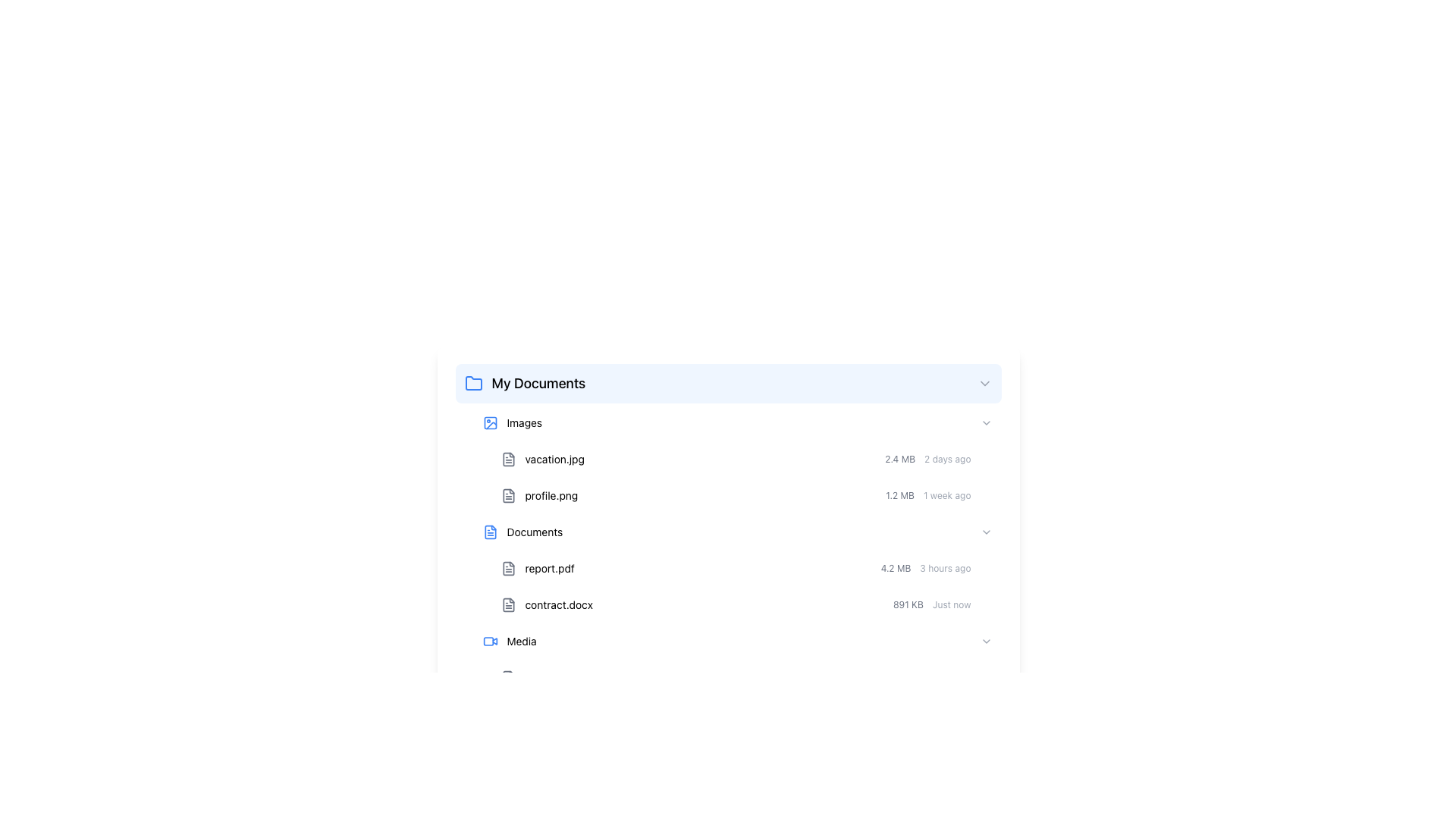 The height and width of the screenshot is (819, 1456). I want to click on the text label displaying the filename 'contract.docx', so click(558, 604).